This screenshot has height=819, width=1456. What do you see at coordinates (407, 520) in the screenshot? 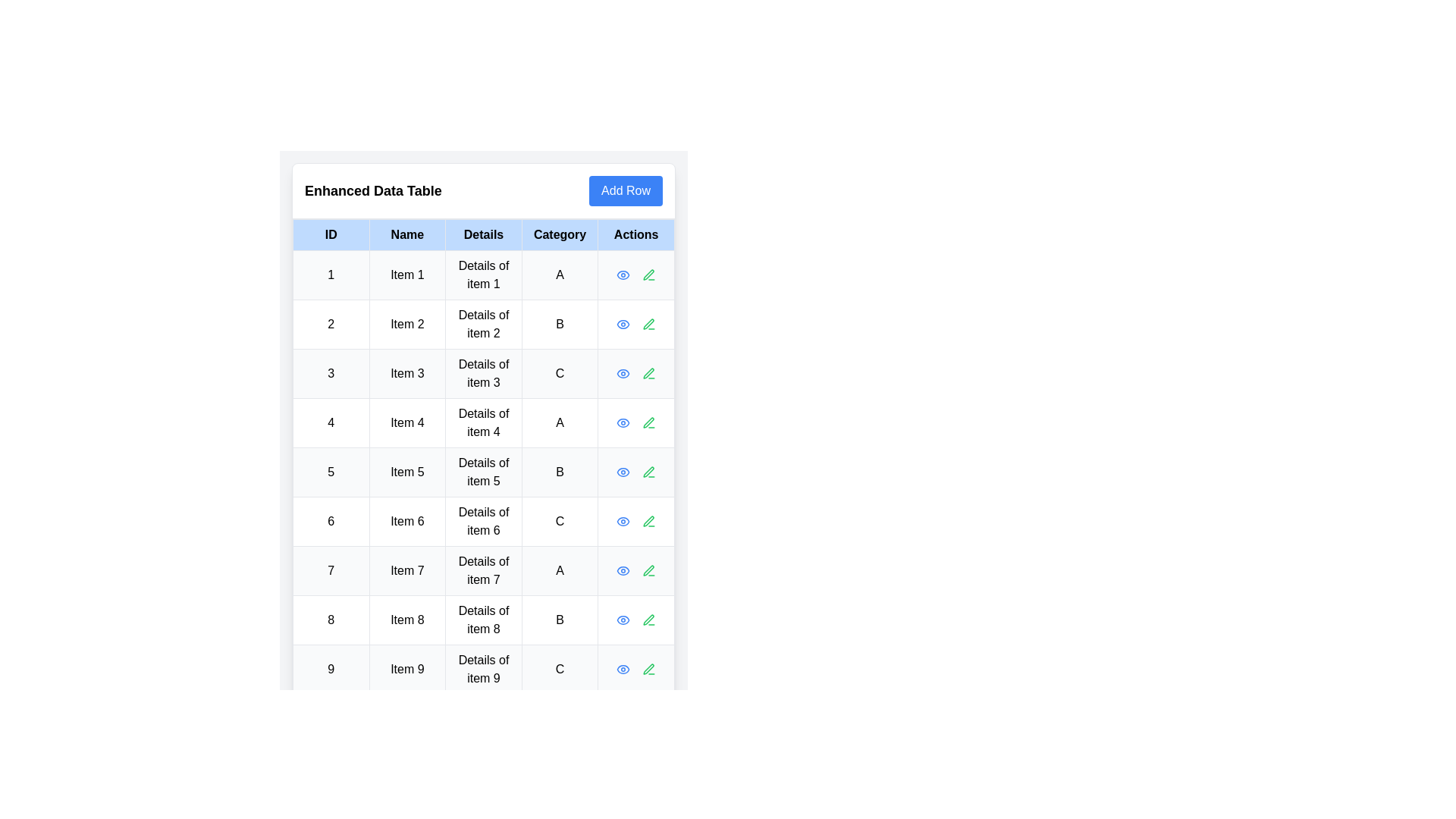
I see `the text label containing 'Item 6', which is styled with center alignment and located in the 6th row of the data table under the 'Name' column` at bounding box center [407, 520].